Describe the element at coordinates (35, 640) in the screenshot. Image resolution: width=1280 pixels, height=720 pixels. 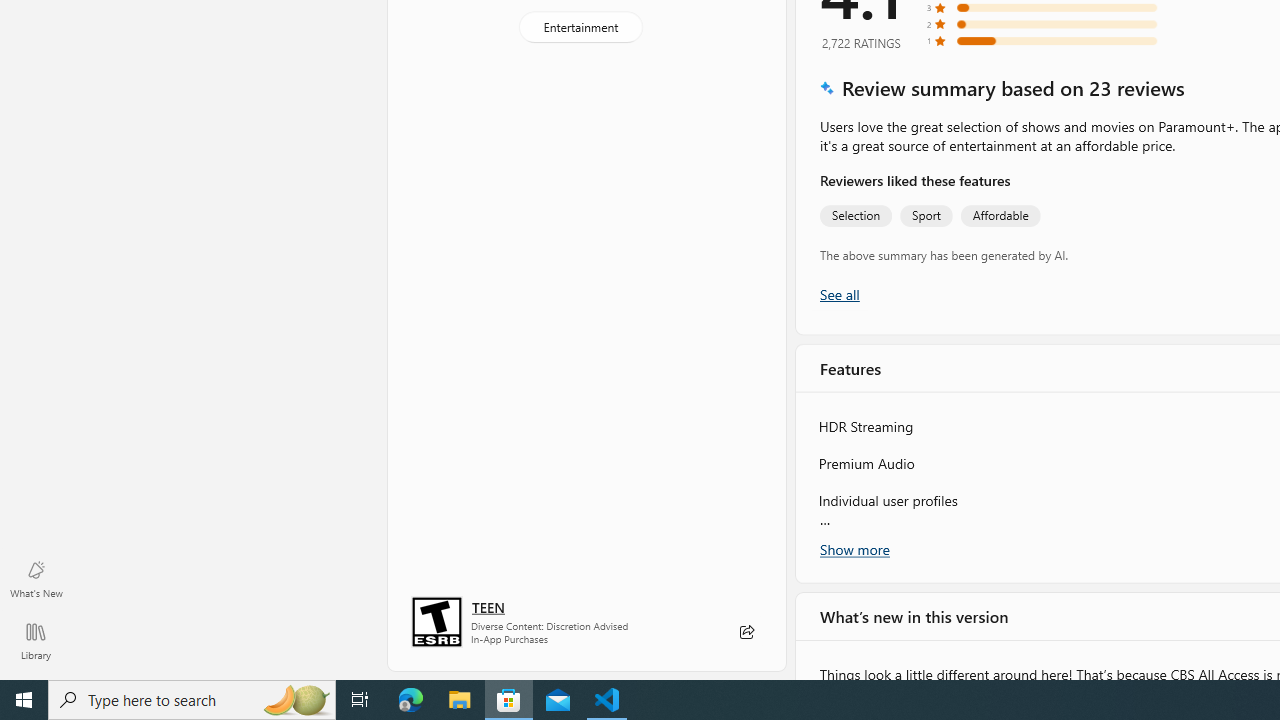
I see `'Library'` at that location.